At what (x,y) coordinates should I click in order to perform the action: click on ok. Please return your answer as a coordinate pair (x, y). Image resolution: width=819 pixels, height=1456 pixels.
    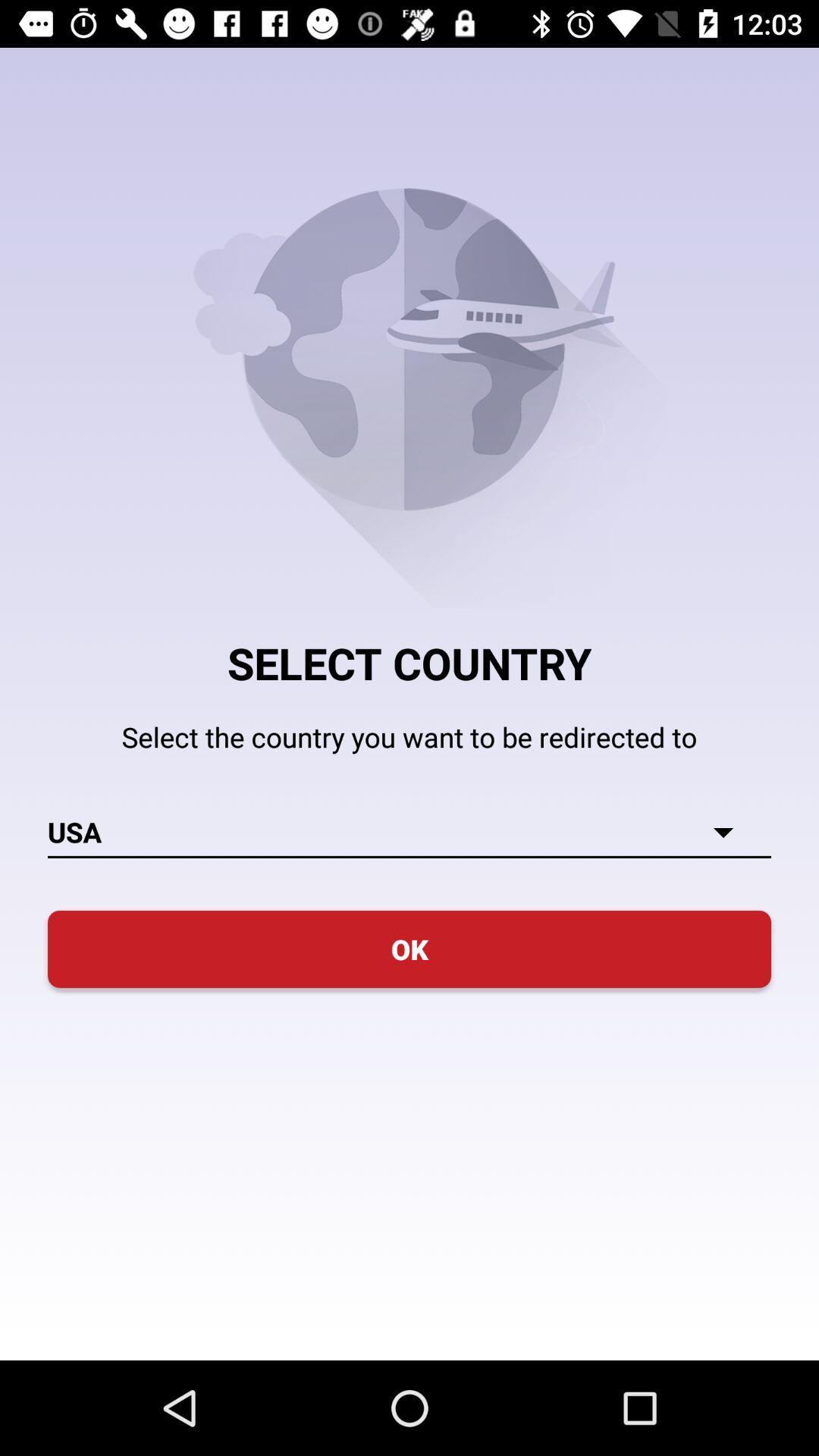
    Looking at the image, I should click on (409, 948).